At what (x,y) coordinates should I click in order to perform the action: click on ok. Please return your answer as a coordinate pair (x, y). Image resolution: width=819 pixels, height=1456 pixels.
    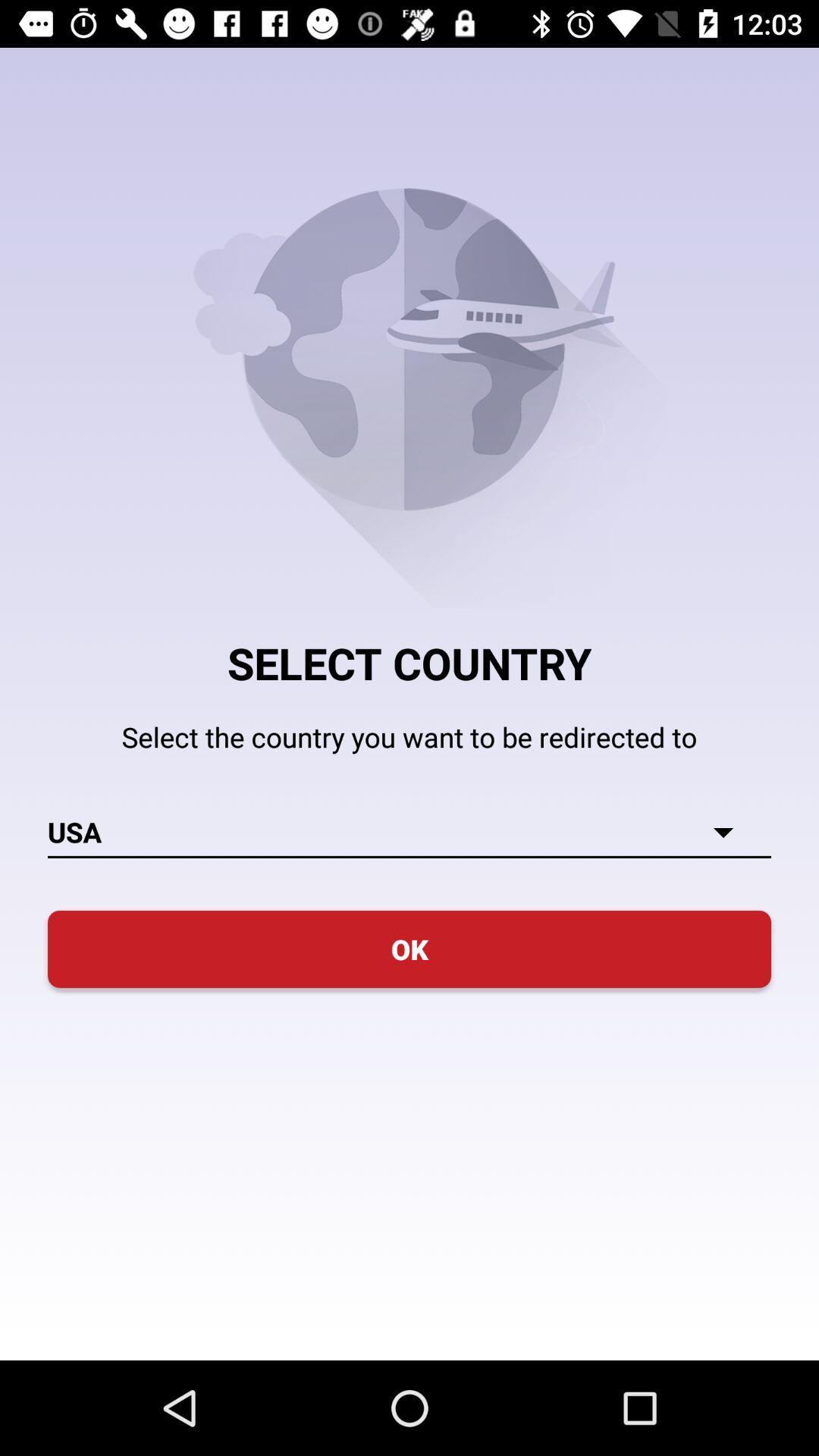
    Looking at the image, I should click on (409, 948).